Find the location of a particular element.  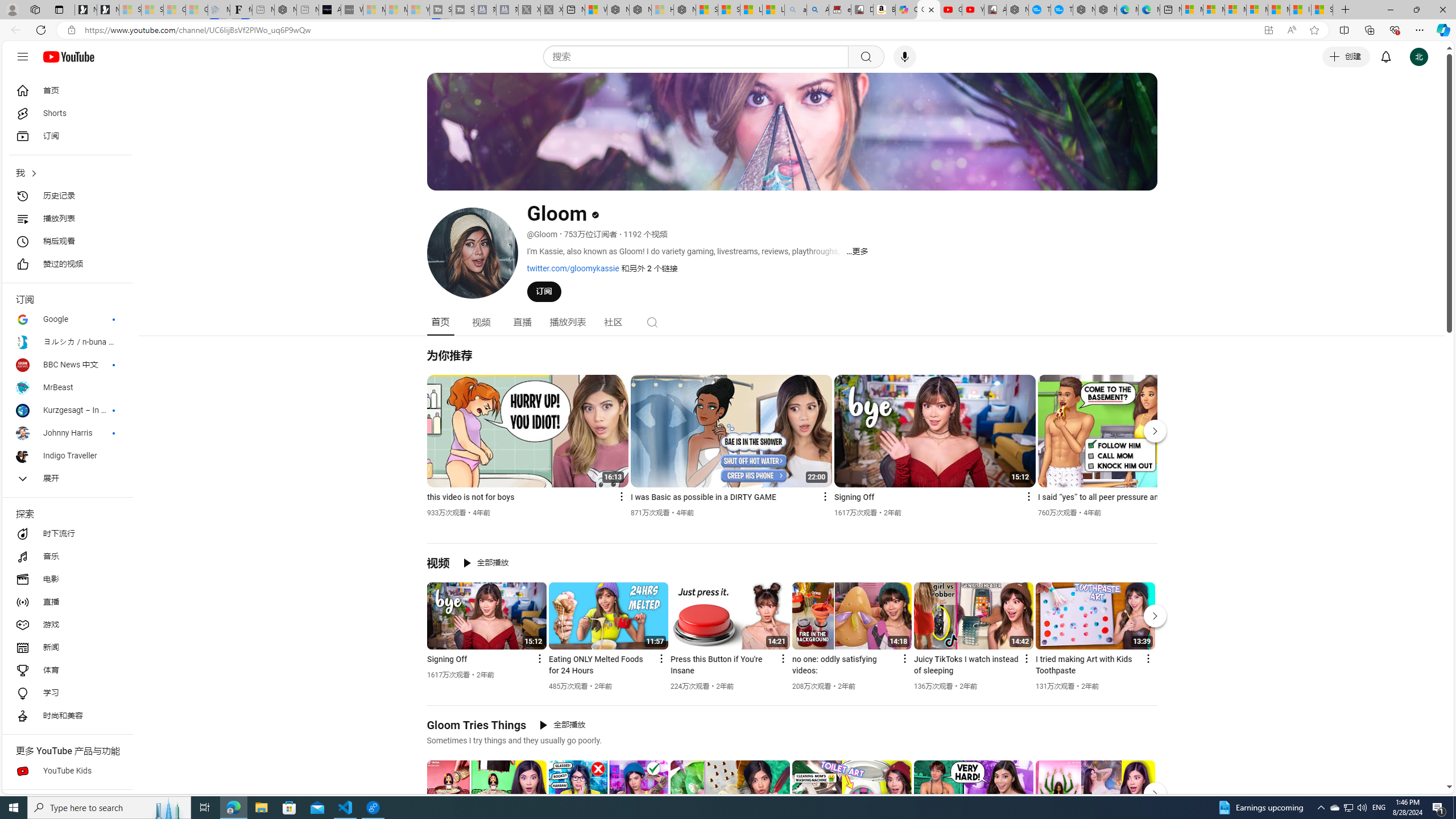

'What' is located at coordinates (352, 9).